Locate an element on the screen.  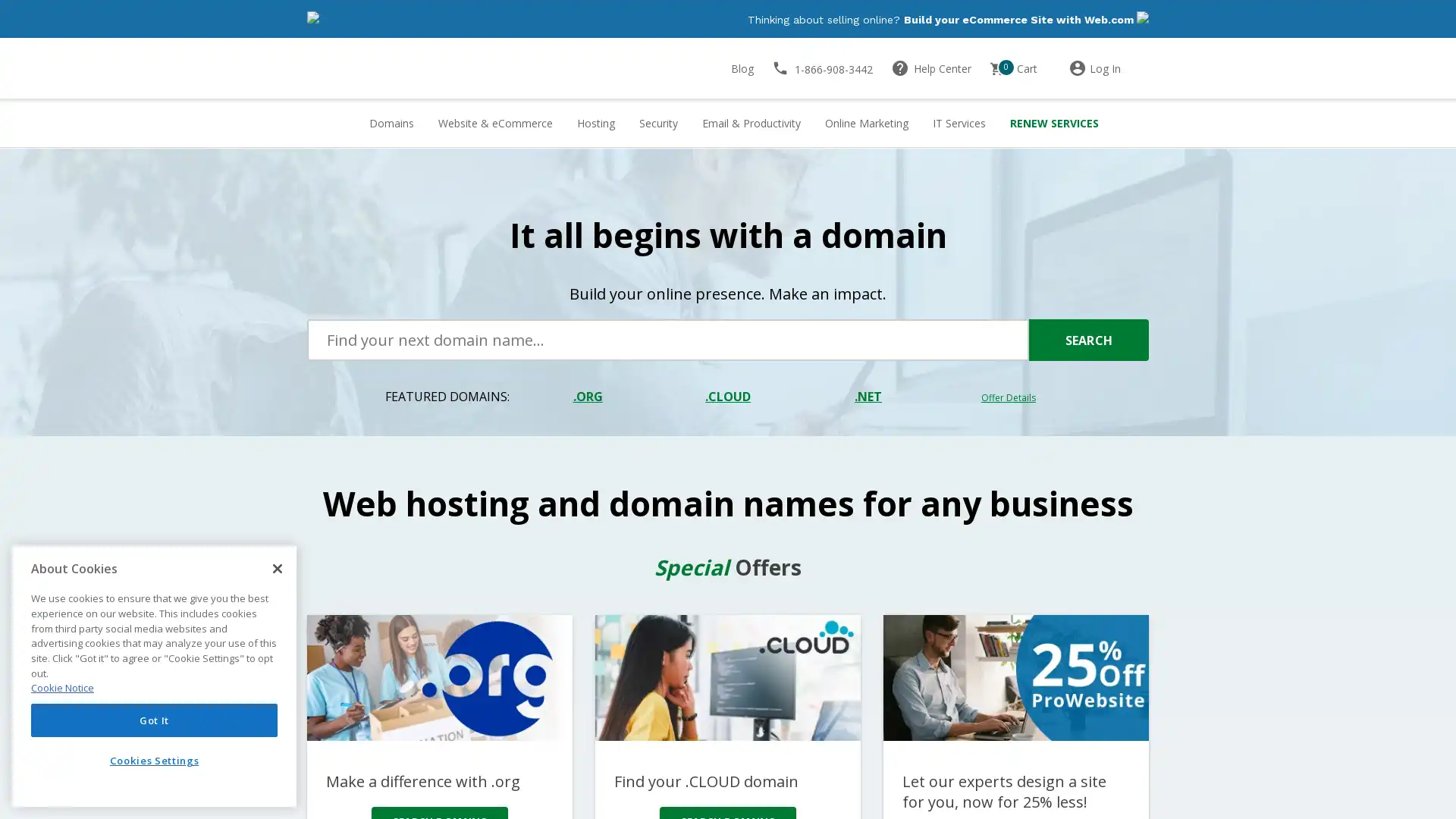
Offer Details is located at coordinates (1008, 398).